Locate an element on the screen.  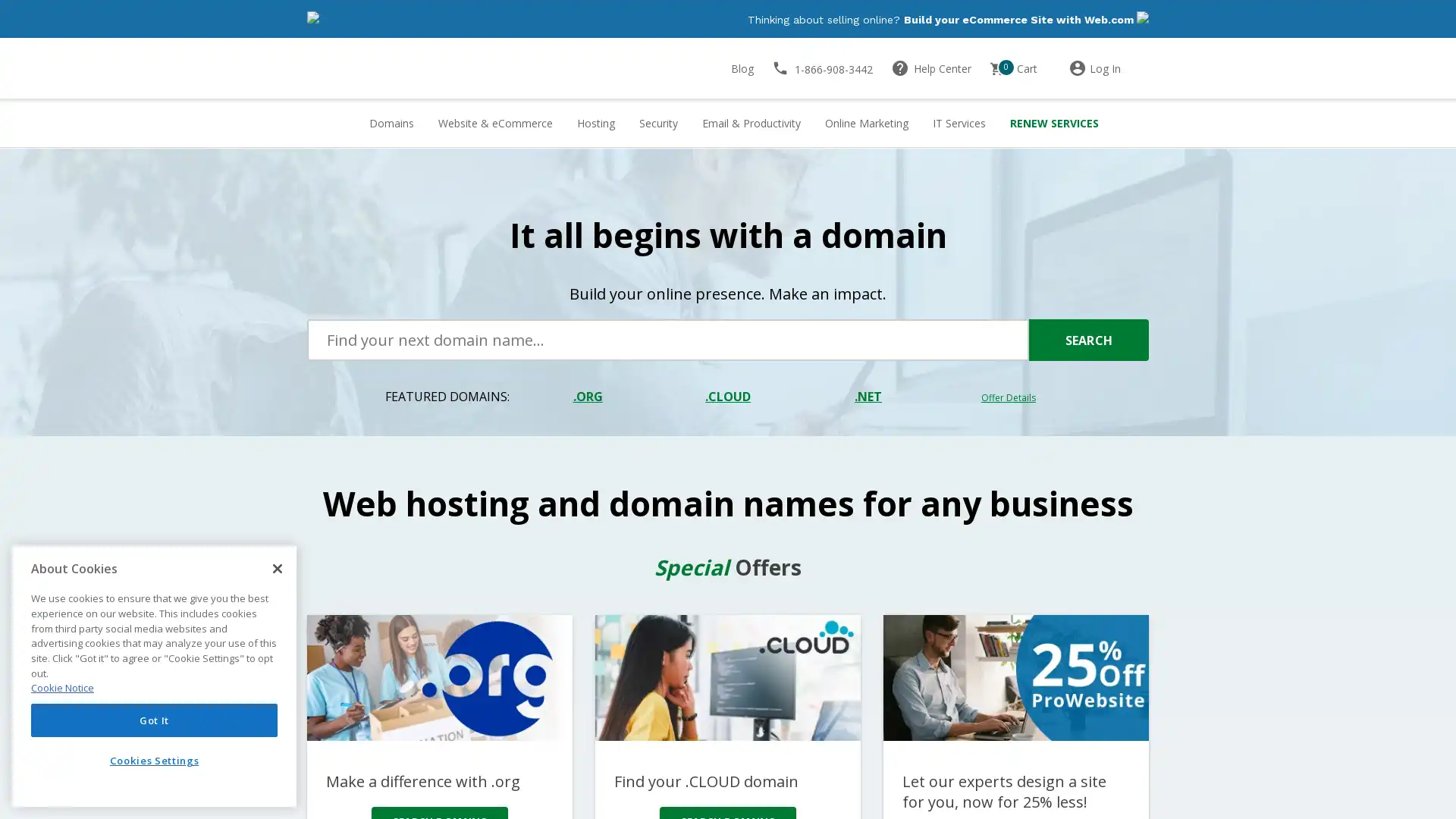
Offer Details is located at coordinates (1008, 398).